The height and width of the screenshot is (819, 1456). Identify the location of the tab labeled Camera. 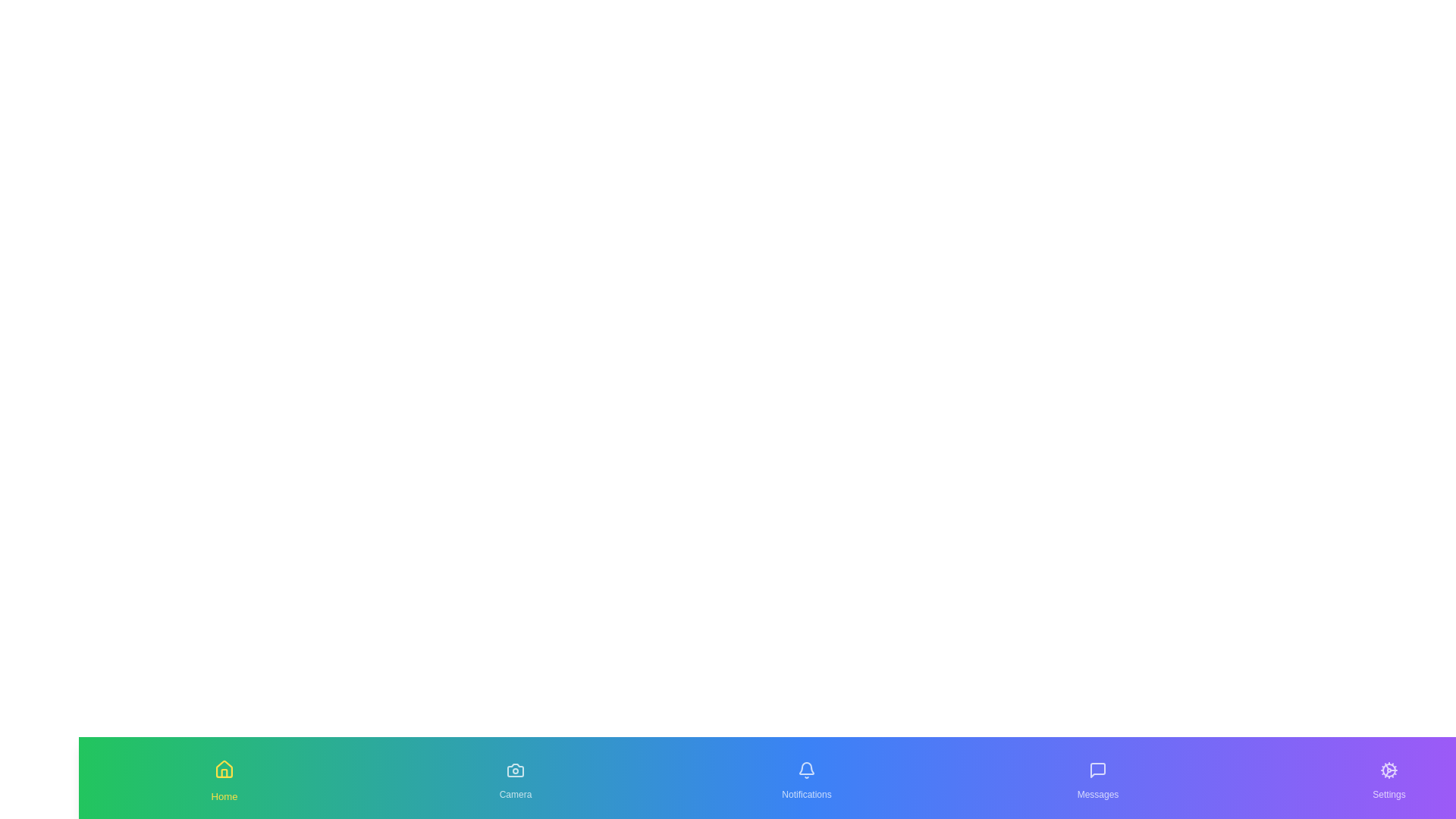
(516, 778).